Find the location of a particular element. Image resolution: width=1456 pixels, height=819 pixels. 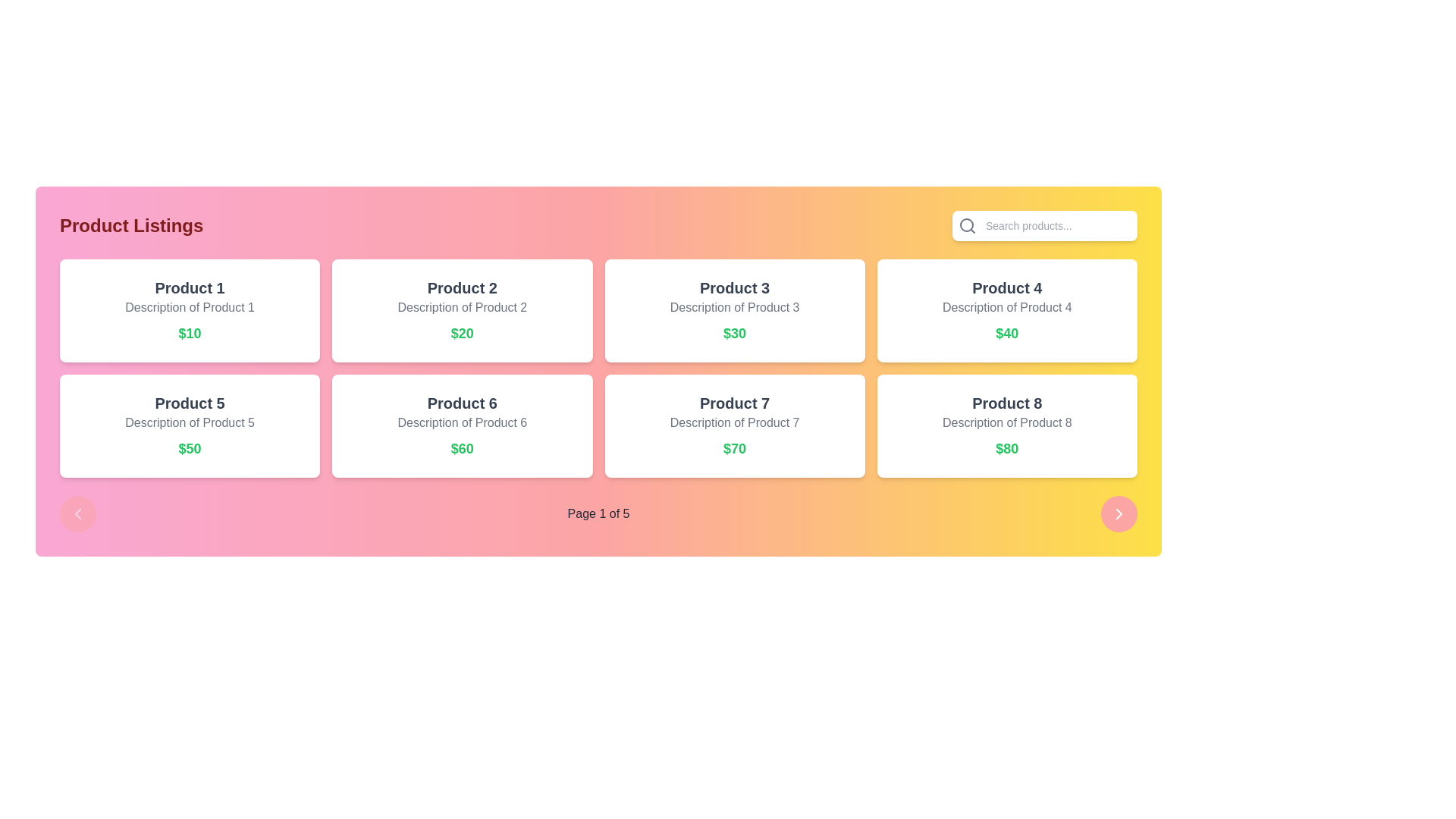

the navigational button located in the bottom-left of the pagination area is located at coordinates (77, 513).